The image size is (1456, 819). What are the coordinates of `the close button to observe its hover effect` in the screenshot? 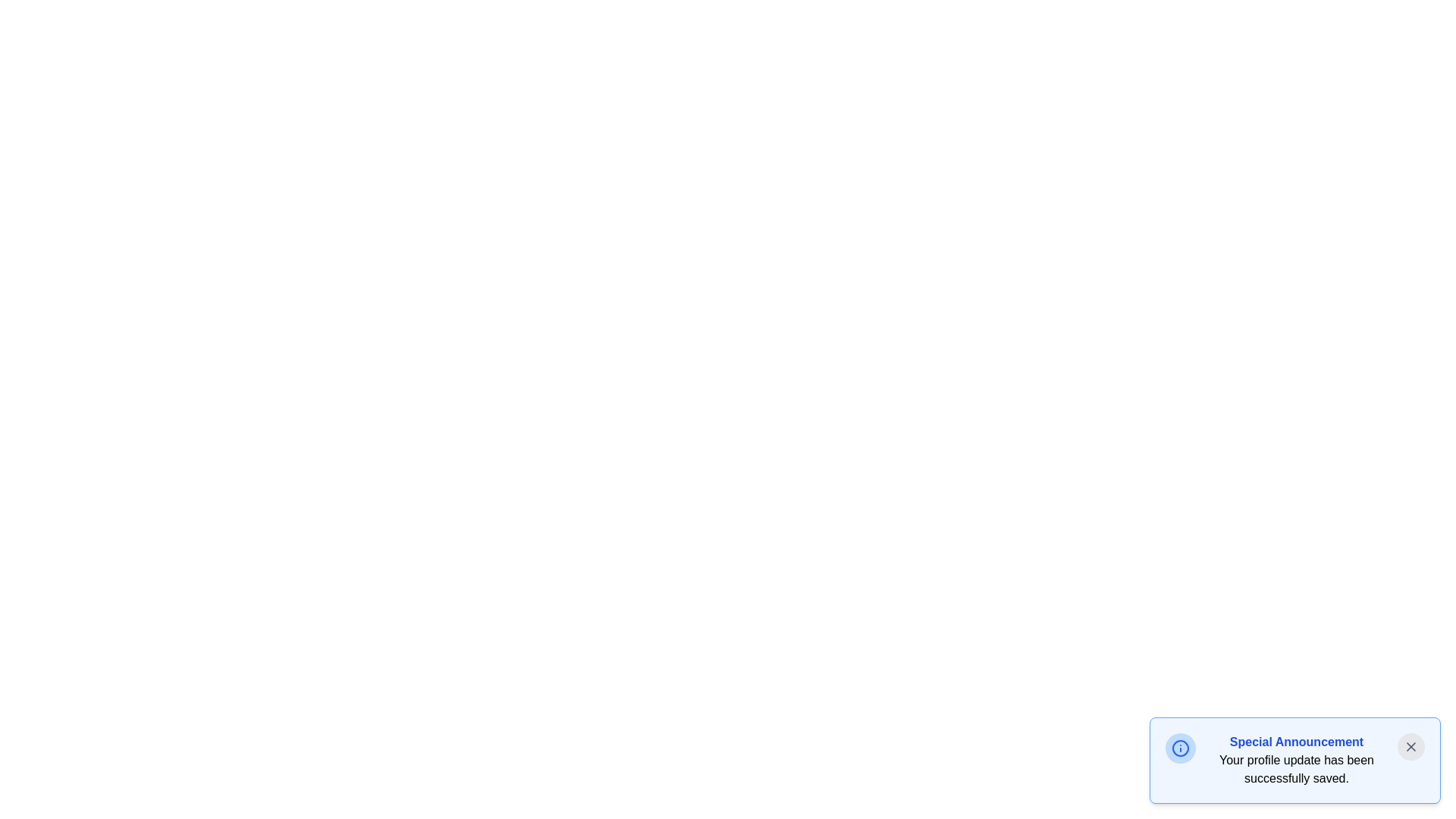 It's located at (1410, 745).